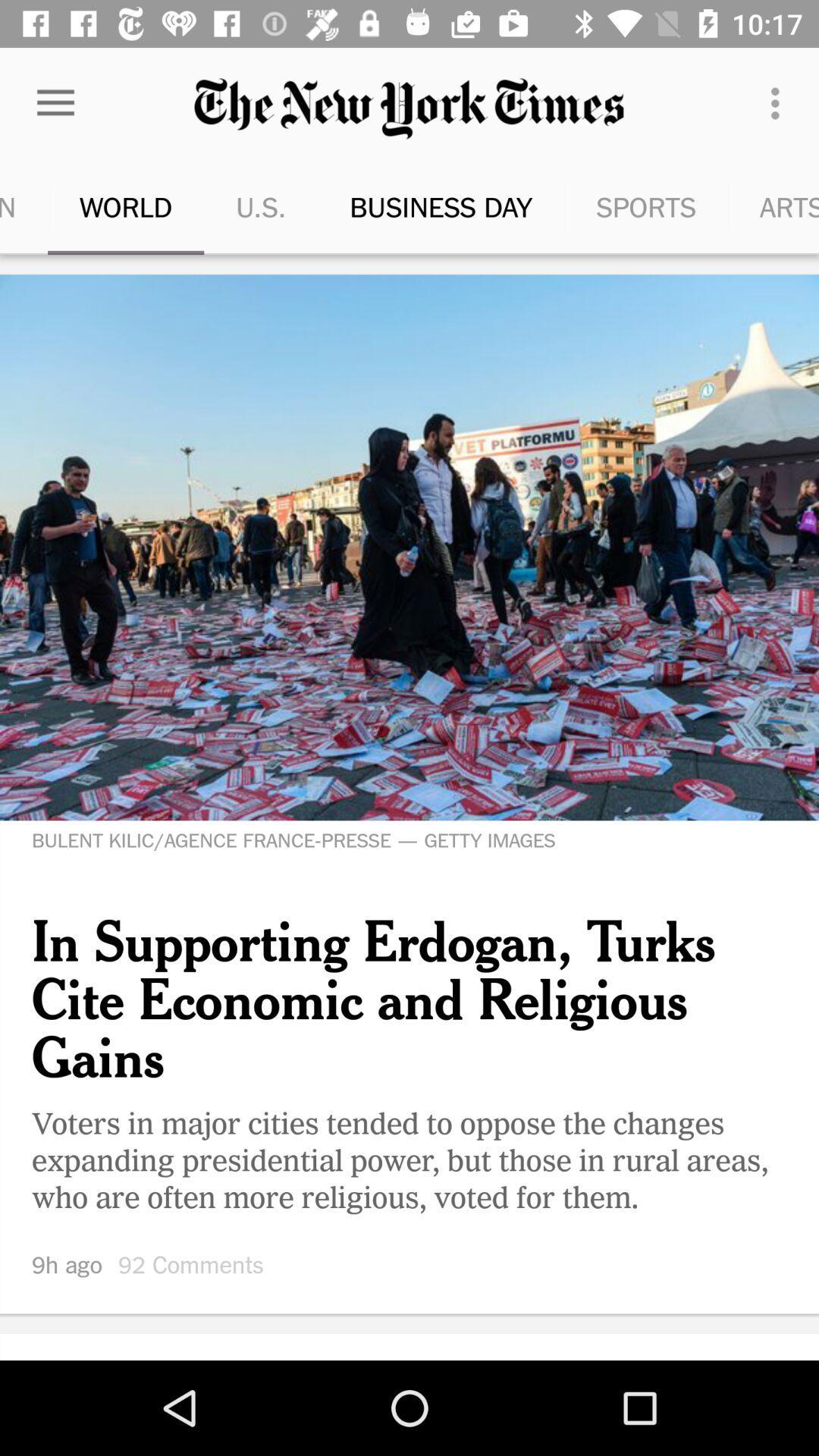  I want to click on the icon to the left of the u.s., so click(55, 102).